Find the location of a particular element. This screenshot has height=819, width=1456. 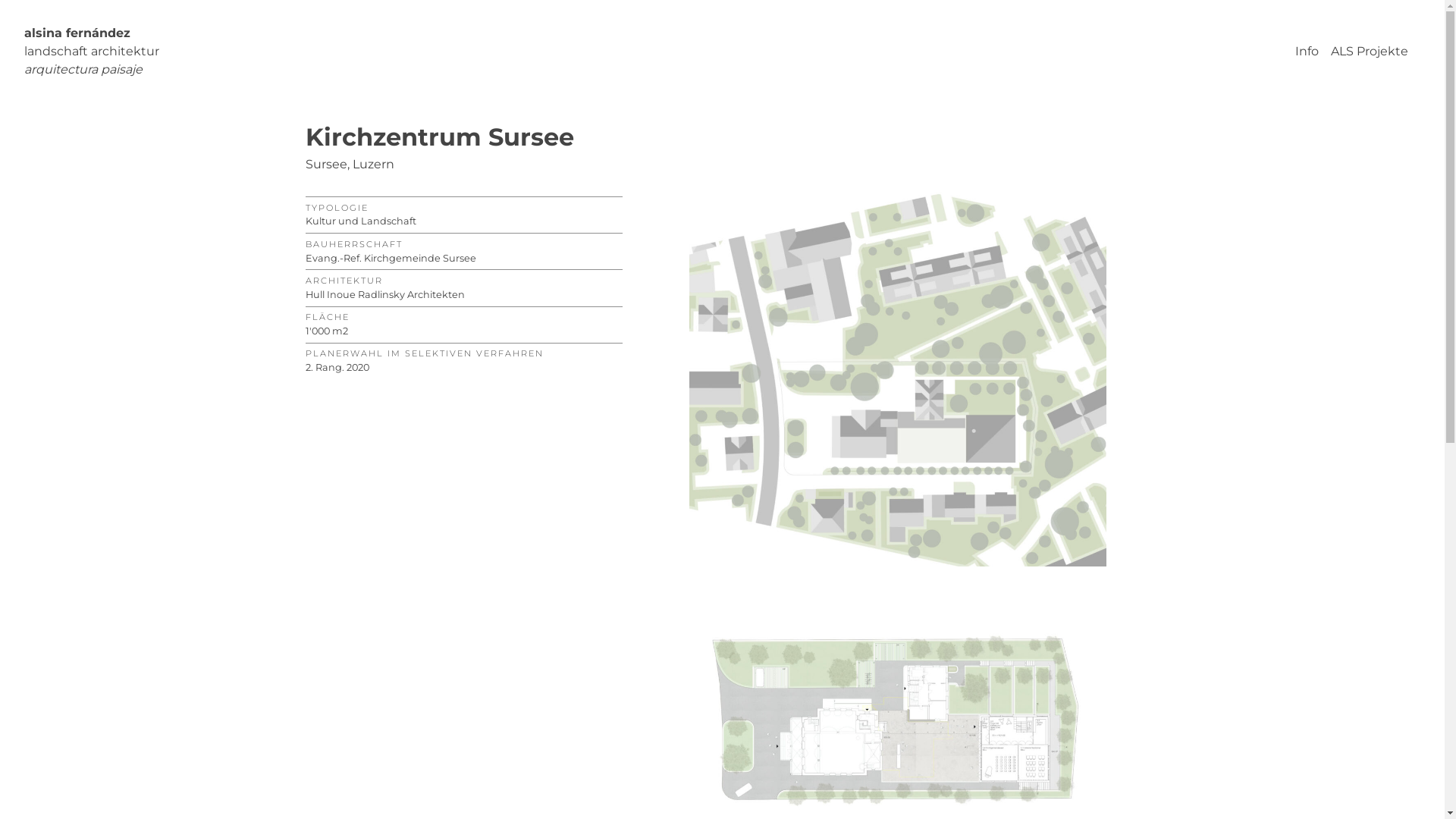

'Info' is located at coordinates (1306, 50).